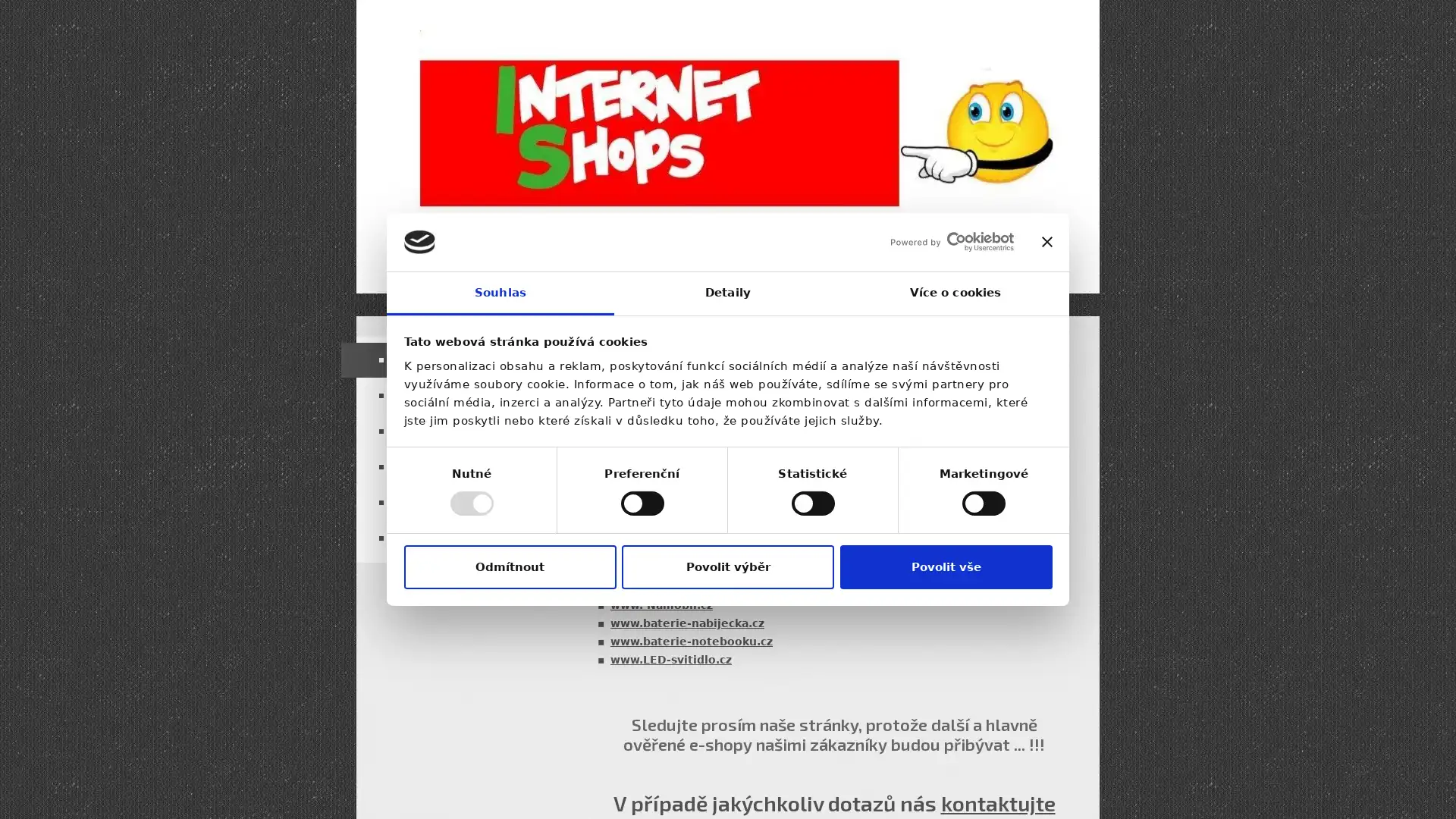  I want to click on Zavrit banner, so click(1046, 241).